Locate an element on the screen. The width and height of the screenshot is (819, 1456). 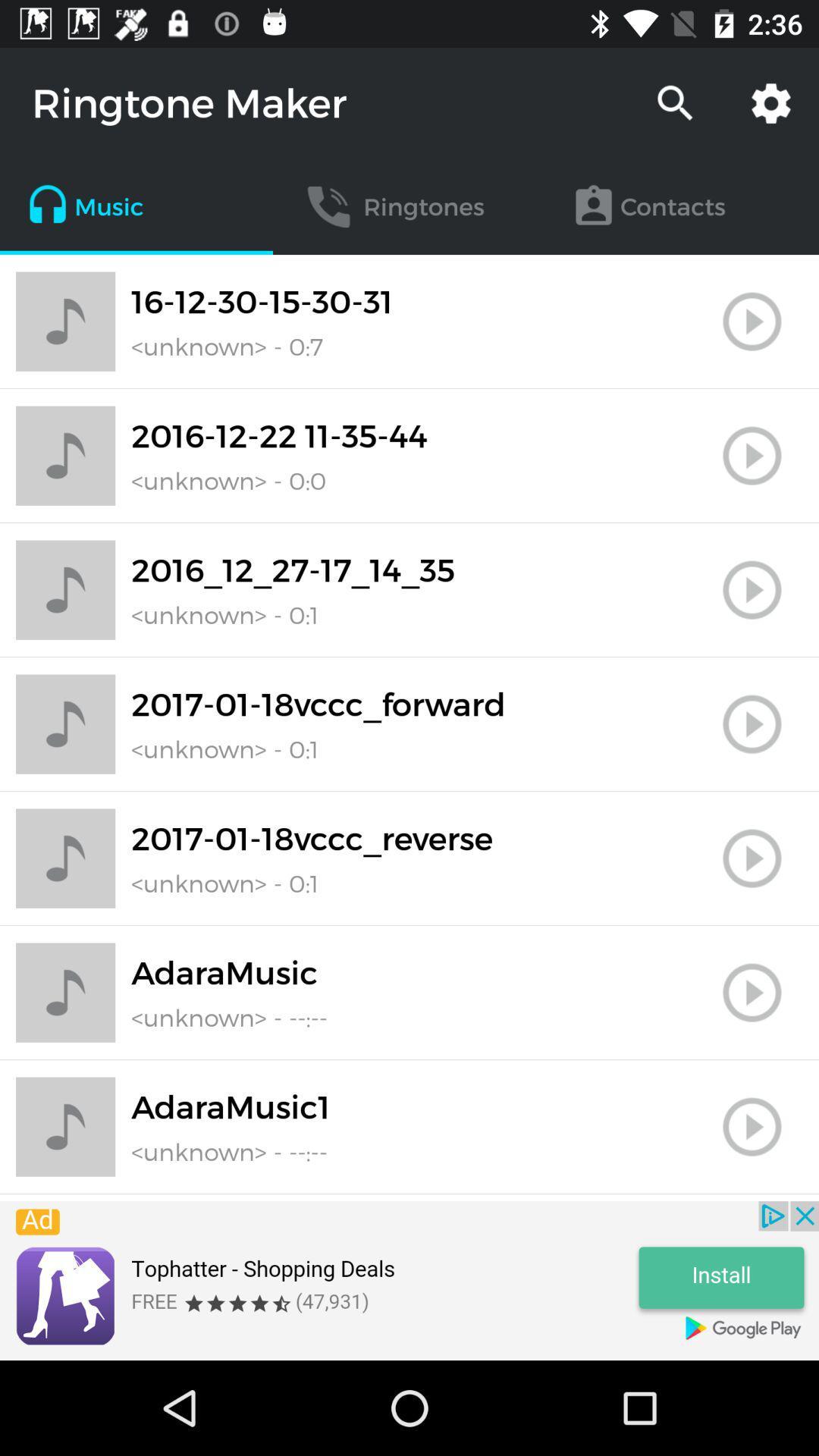
switch play button is located at coordinates (752, 589).